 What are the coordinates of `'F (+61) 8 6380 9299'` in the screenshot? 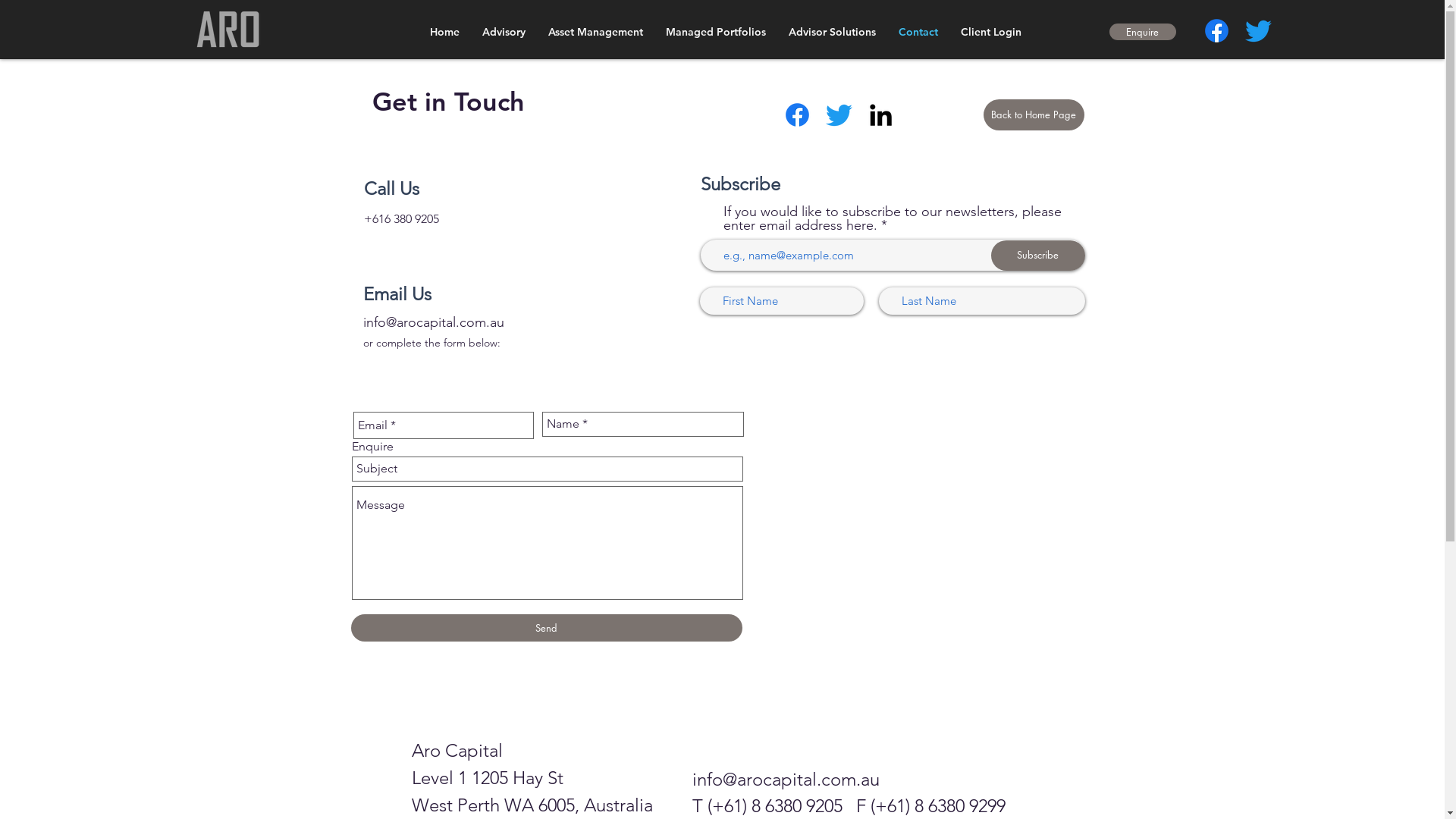 It's located at (855, 805).